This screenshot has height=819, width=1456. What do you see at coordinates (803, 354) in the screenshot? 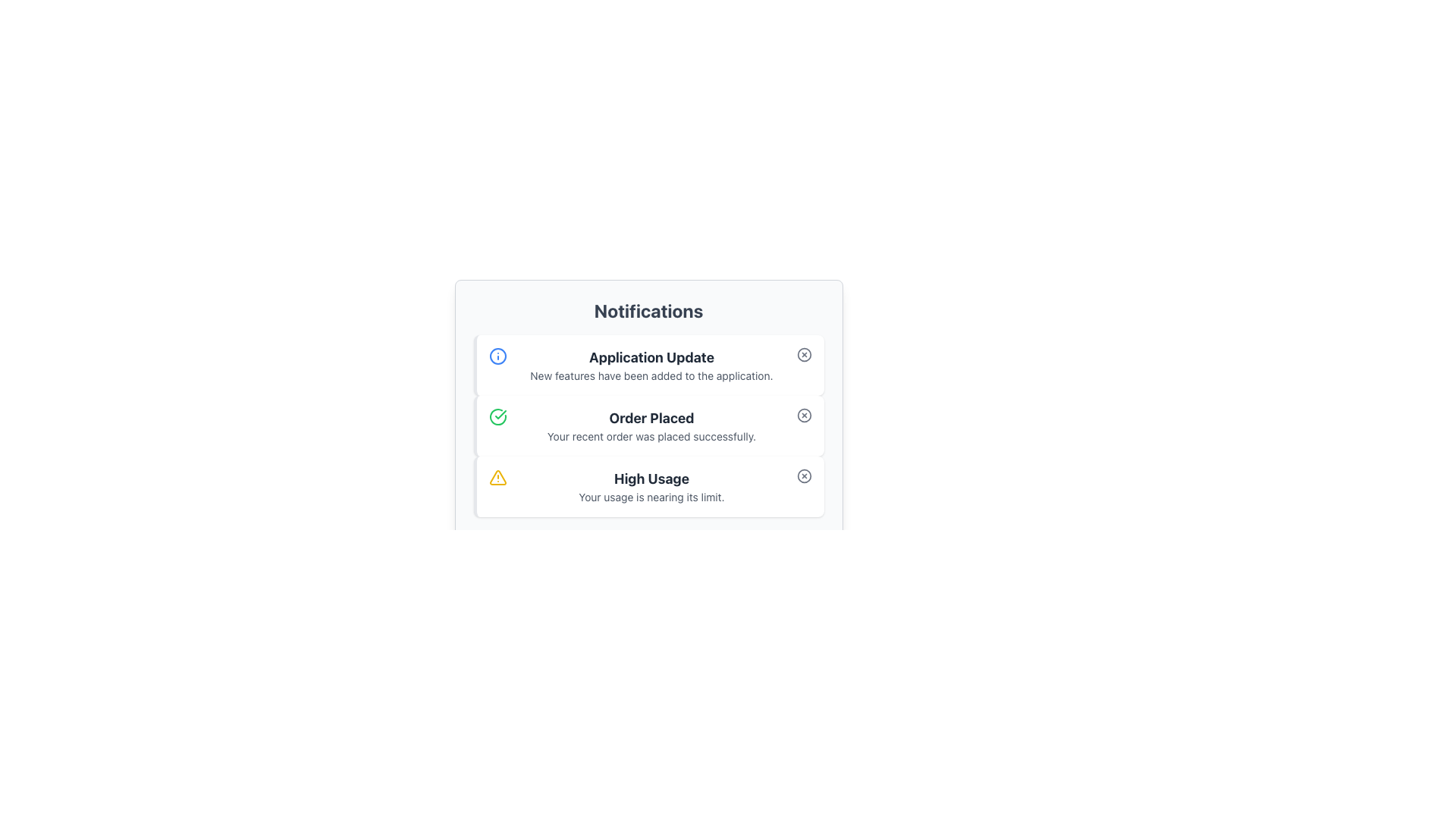
I see `the close icon button in the top-right corner of the 'Application Update' notification card` at bounding box center [803, 354].